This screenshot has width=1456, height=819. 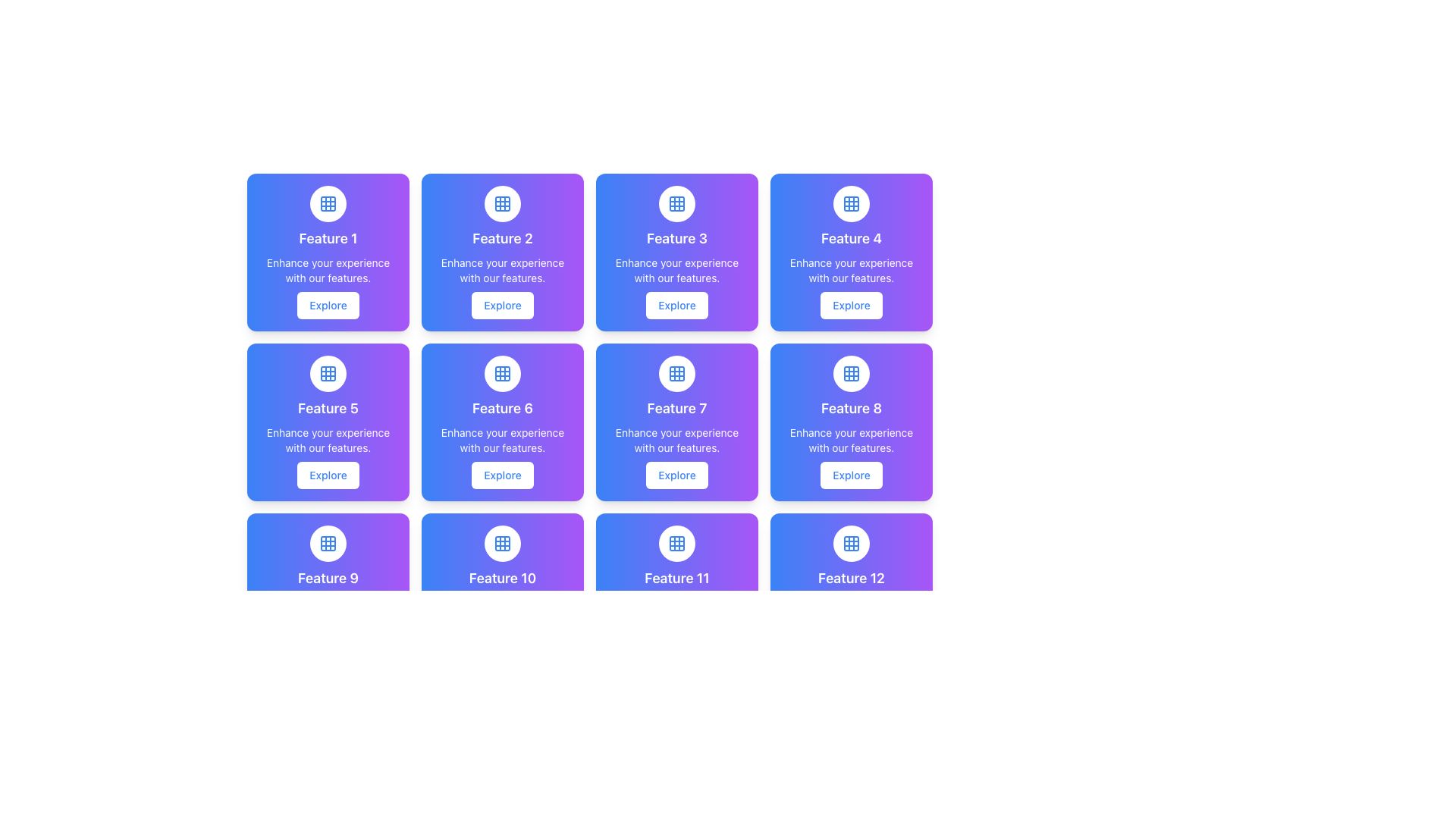 What do you see at coordinates (852, 591) in the screenshot?
I see `the 'Explore' button inside the twelfth card located in the bottom right corner of the grid layout` at bounding box center [852, 591].